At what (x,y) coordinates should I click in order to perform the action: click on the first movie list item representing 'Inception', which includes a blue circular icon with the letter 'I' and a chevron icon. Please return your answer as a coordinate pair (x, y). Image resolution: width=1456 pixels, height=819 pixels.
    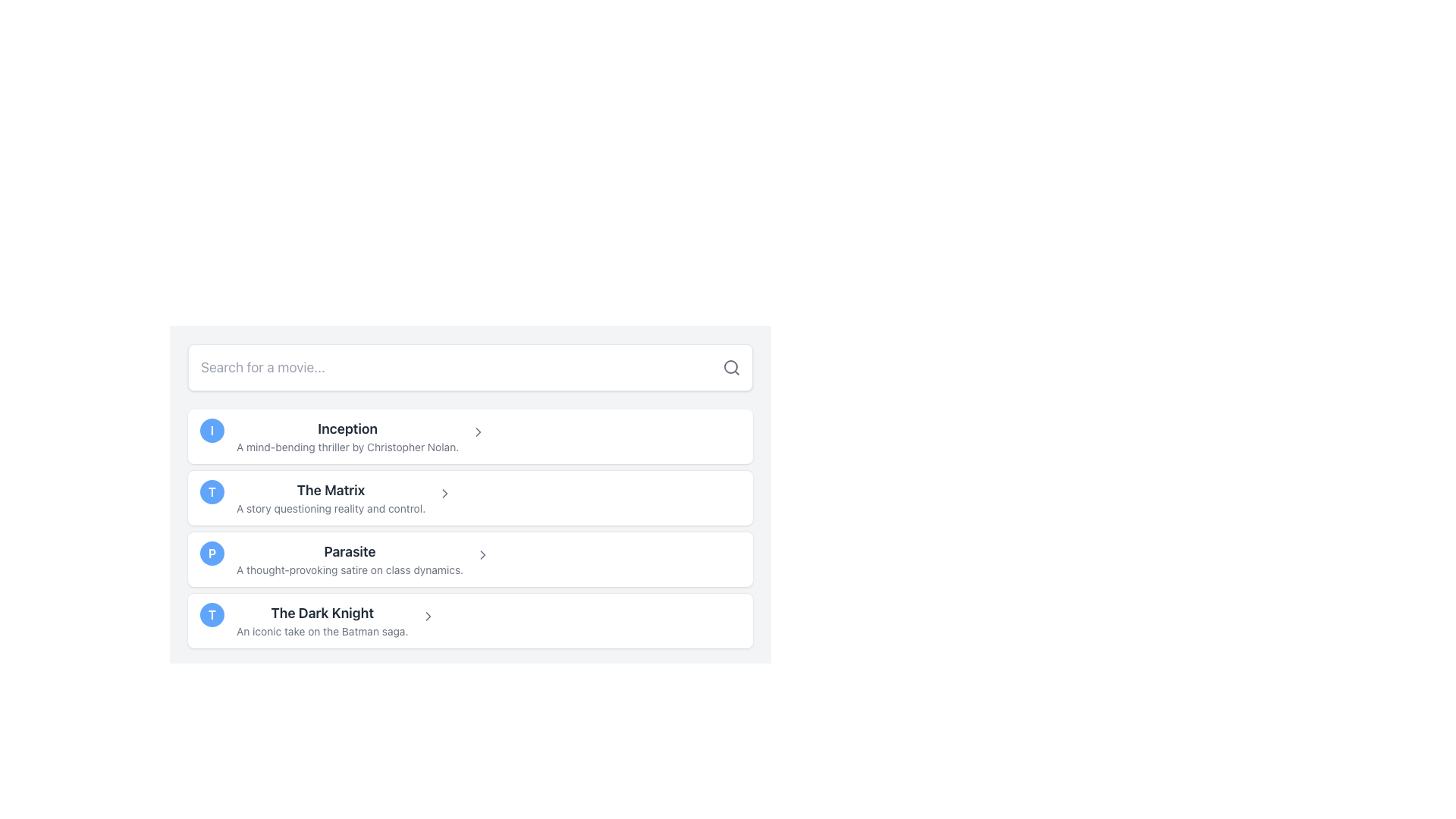
    Looking at the image, I should click on (469, 436).